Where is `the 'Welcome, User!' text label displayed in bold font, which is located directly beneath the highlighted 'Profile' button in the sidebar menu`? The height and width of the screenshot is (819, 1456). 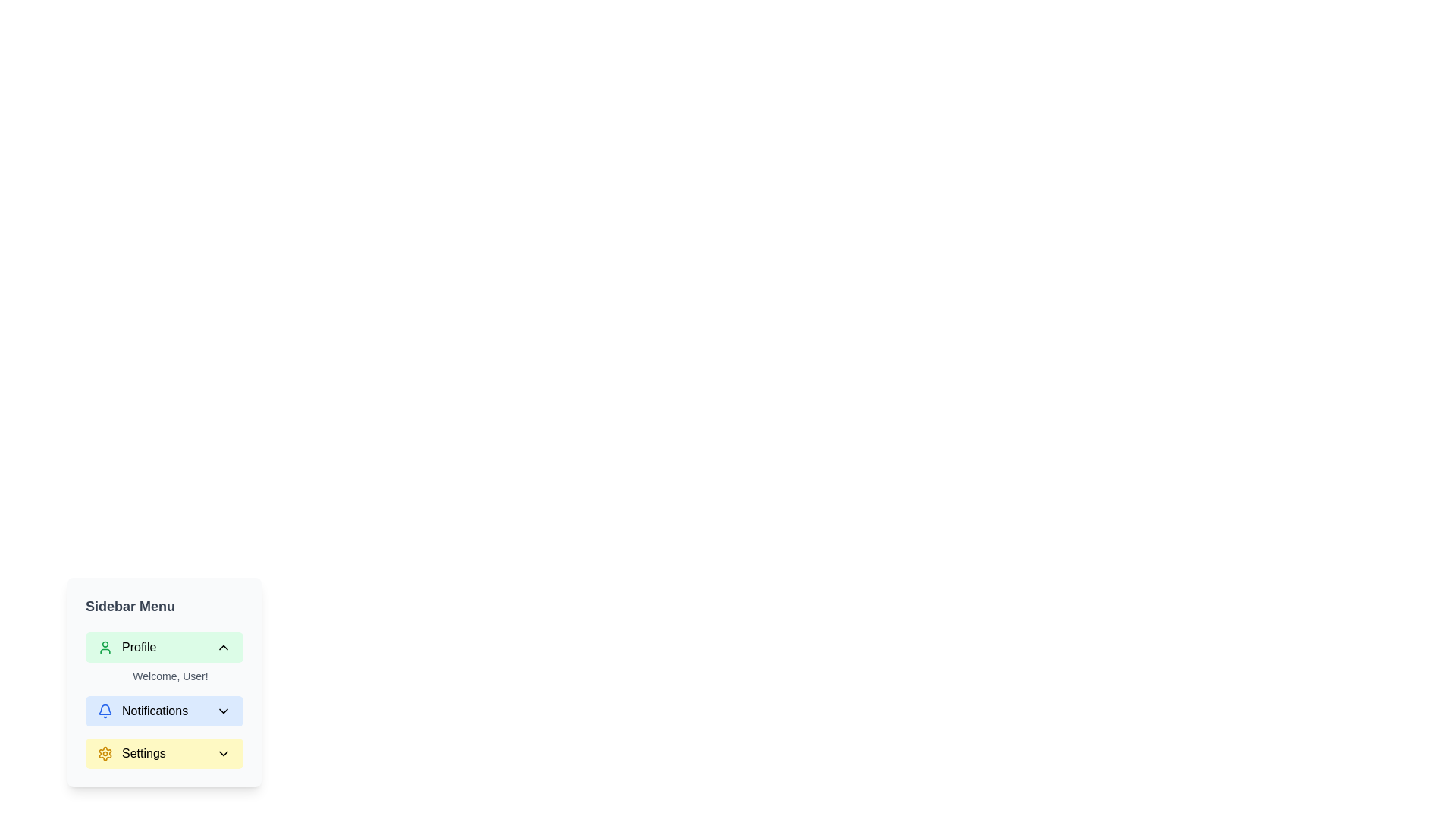
the 'Welcome, User!' text label displayed in bold font, which is located directly beneath the highlighted 'Profile' button in the sidebar menu is located at coordinates (171, 675).